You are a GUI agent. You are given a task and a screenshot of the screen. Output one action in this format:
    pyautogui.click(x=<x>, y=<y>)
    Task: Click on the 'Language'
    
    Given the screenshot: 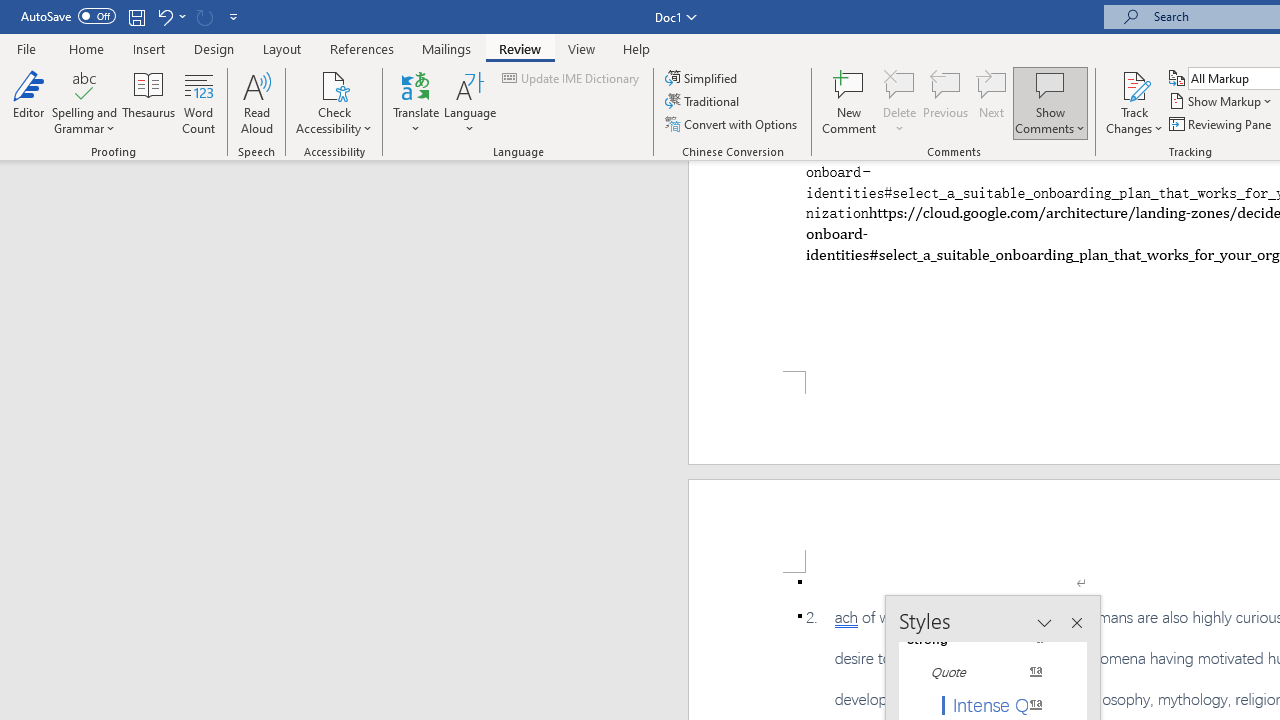 What is the action you would take?
    pyautogui.click(x=469, y=103)
    